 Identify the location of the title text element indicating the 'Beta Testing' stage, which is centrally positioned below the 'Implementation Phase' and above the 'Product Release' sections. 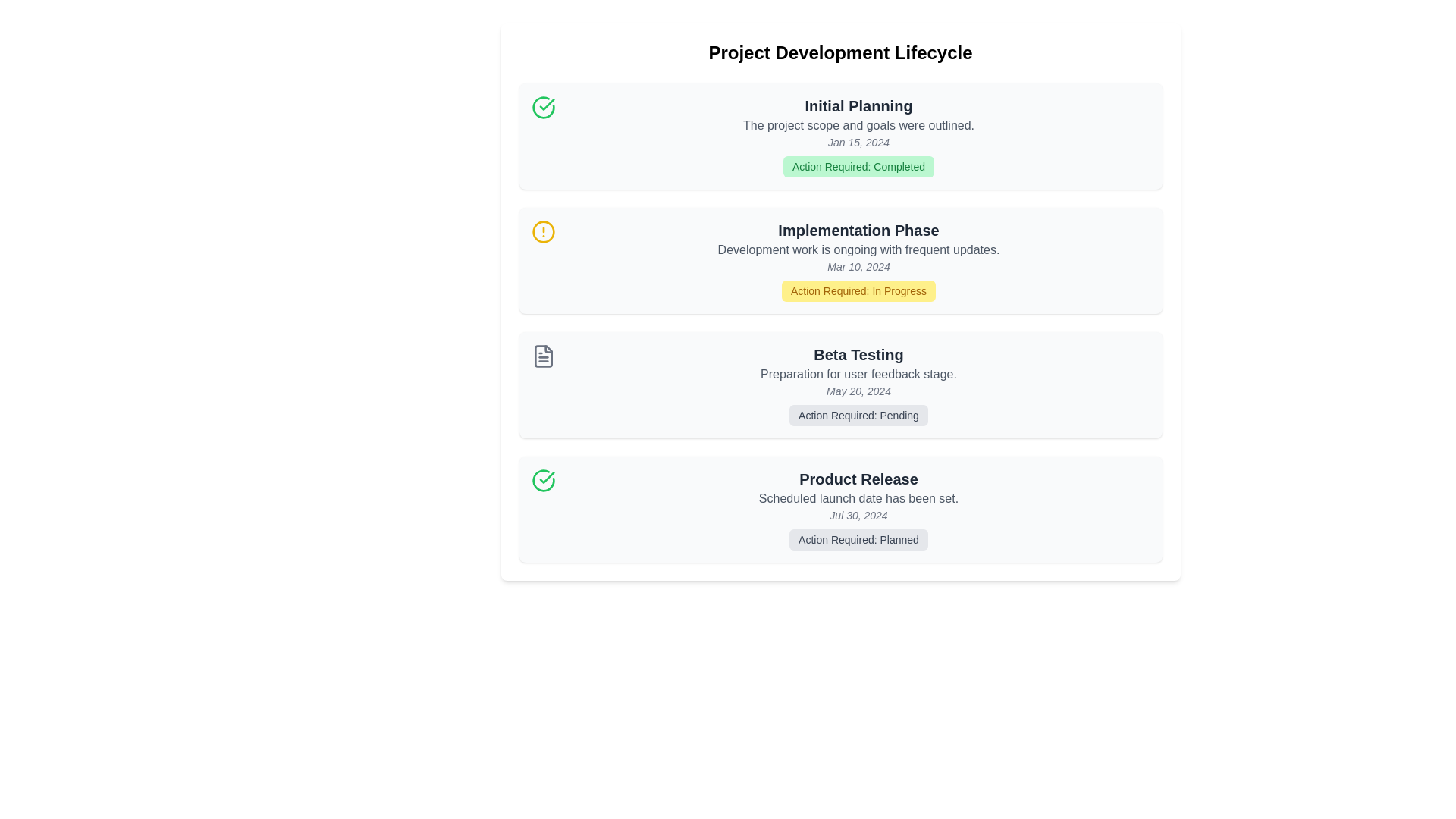
(858, 354).